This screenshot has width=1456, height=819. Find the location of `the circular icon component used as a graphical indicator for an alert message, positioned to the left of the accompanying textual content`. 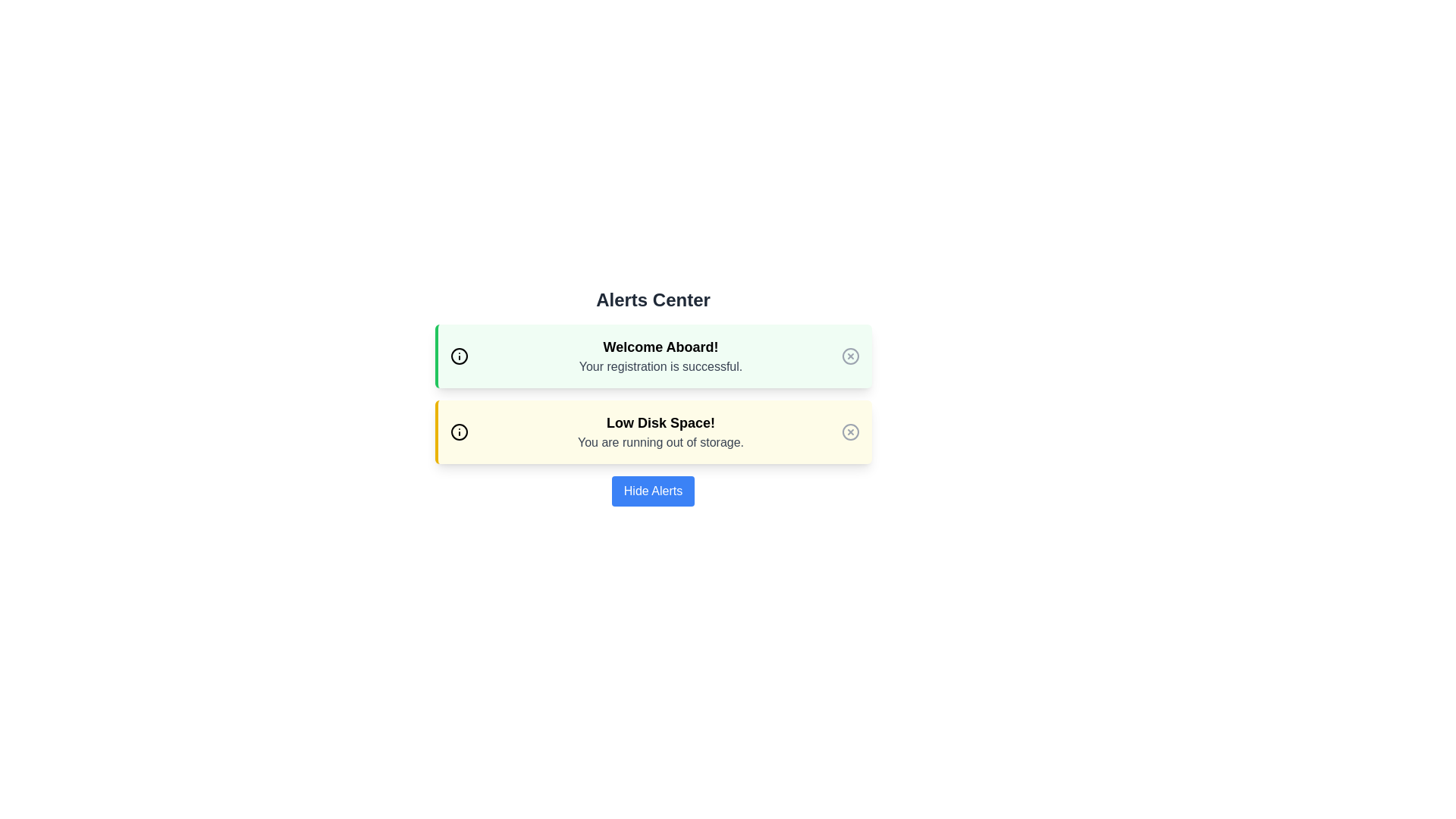

the circular icon component used as a graphical indicator for an alert message, positioned to the left of the accompanying textual content is located at coordinates (458, 356).